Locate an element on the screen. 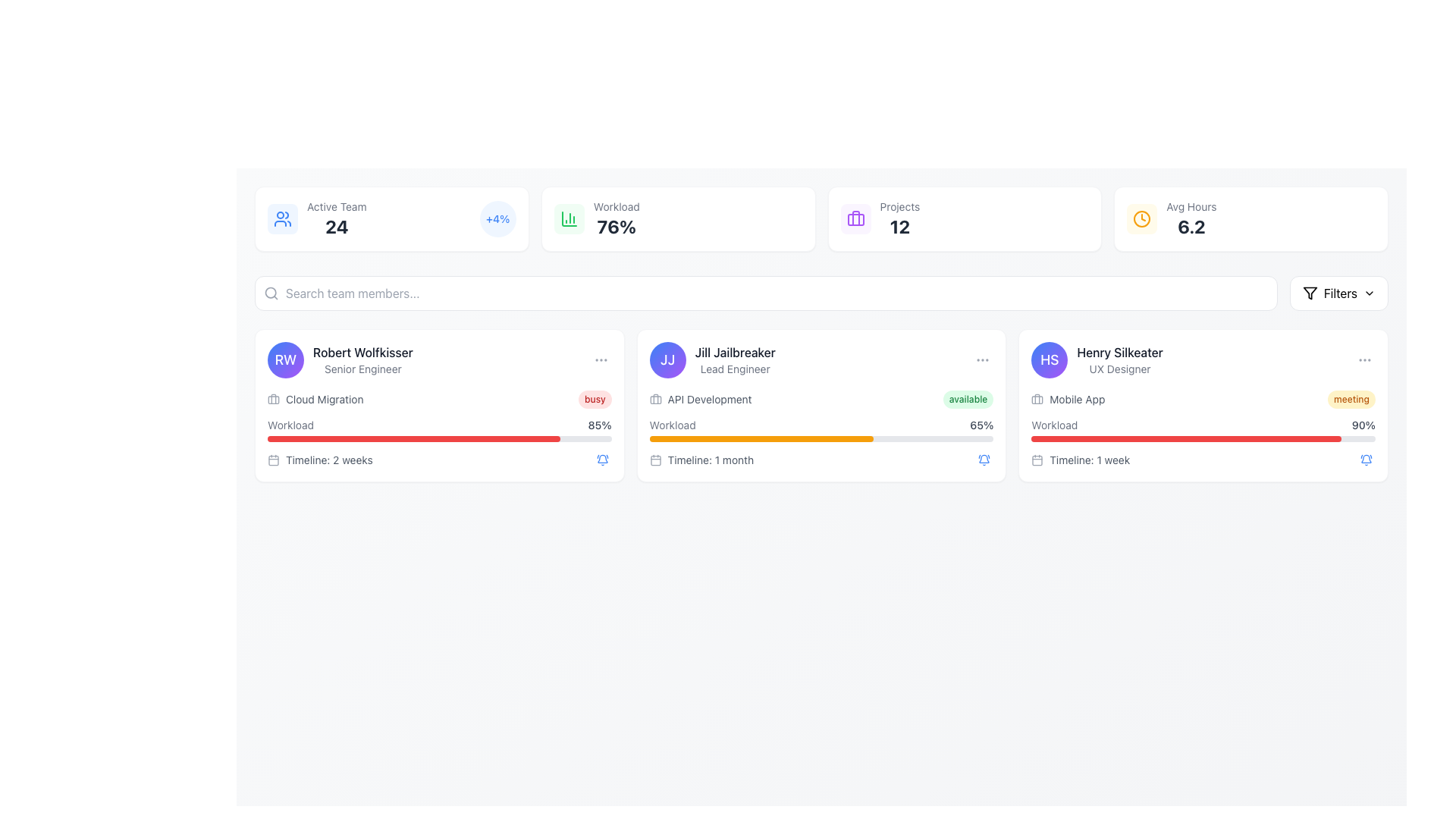 This screenshot has height=819, width=1456. the pill-shaped button labeled 'meeting' with a light yellow background and amber text, located at the top-right corner of Henry Silkeater's card, adjacent to the 'Mobile App' text is located at coordinates (1351, 399).